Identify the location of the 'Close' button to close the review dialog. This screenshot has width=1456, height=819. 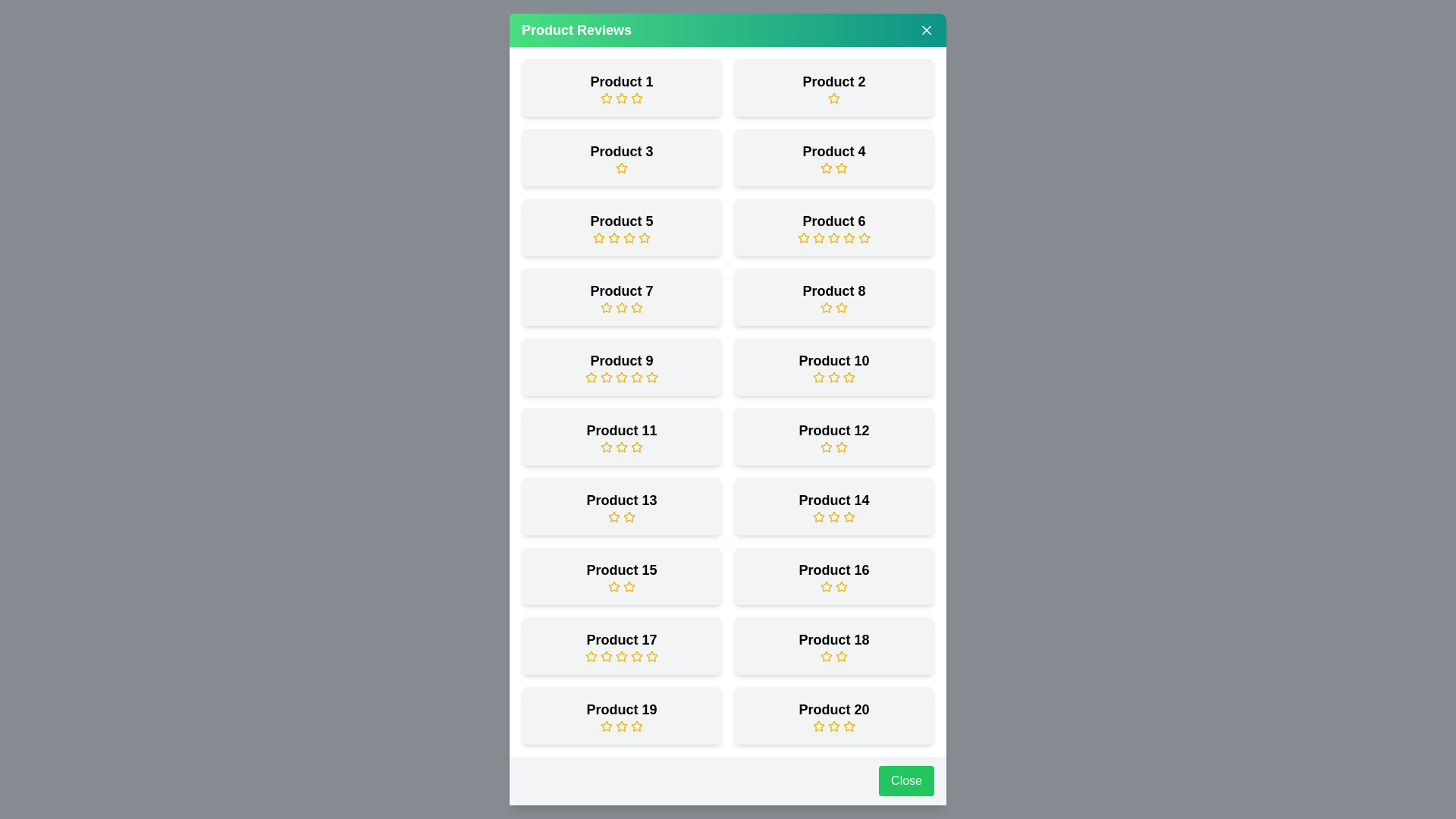
(906, 780).